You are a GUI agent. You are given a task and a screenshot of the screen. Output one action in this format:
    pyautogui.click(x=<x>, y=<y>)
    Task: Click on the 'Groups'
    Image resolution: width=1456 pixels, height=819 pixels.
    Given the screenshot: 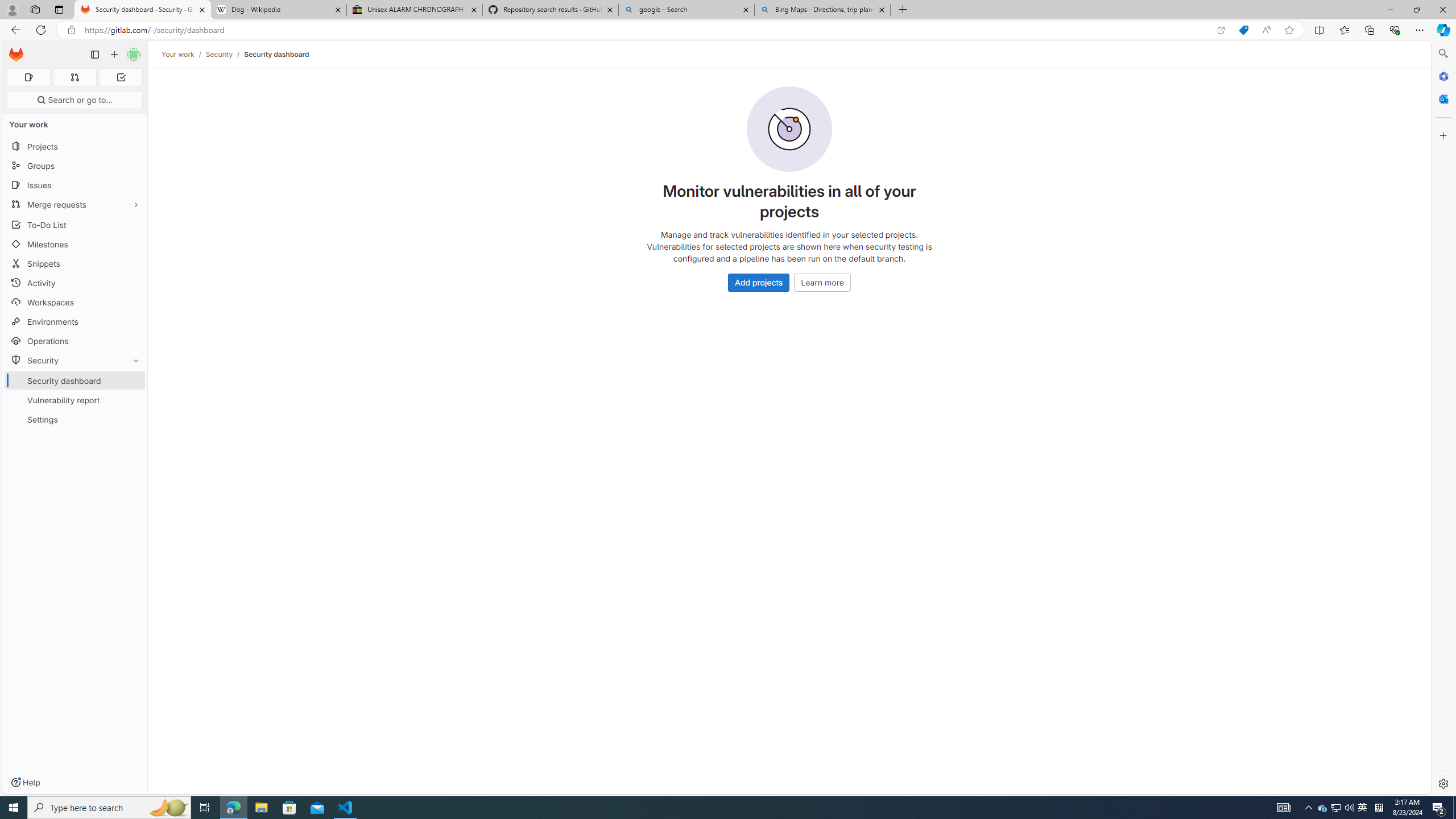 What is the action you would take?
    pyautogui.click(x=74, y=166)
    